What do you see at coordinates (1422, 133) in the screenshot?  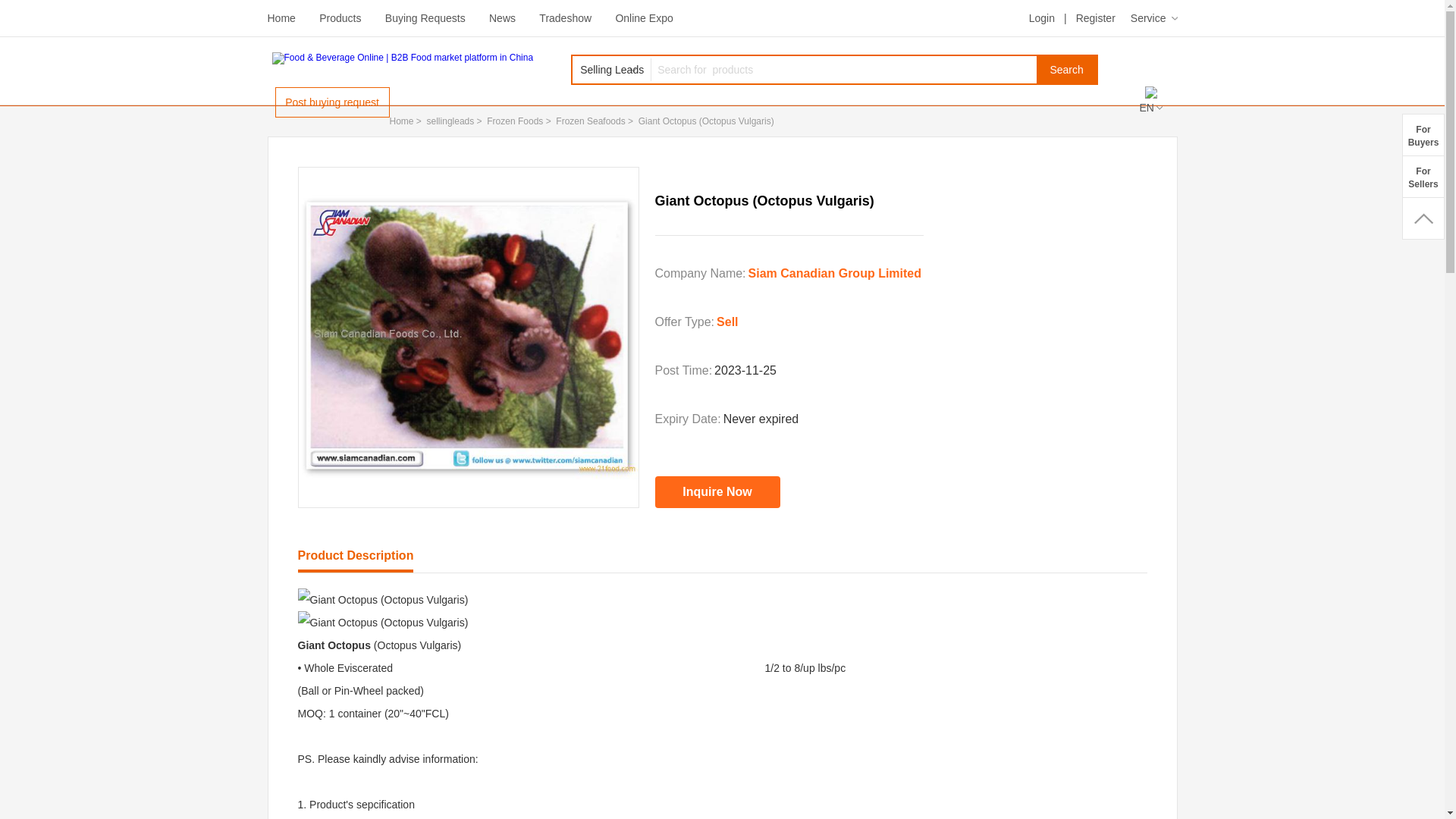 I see `'For` at bounding box center [1422, 133].